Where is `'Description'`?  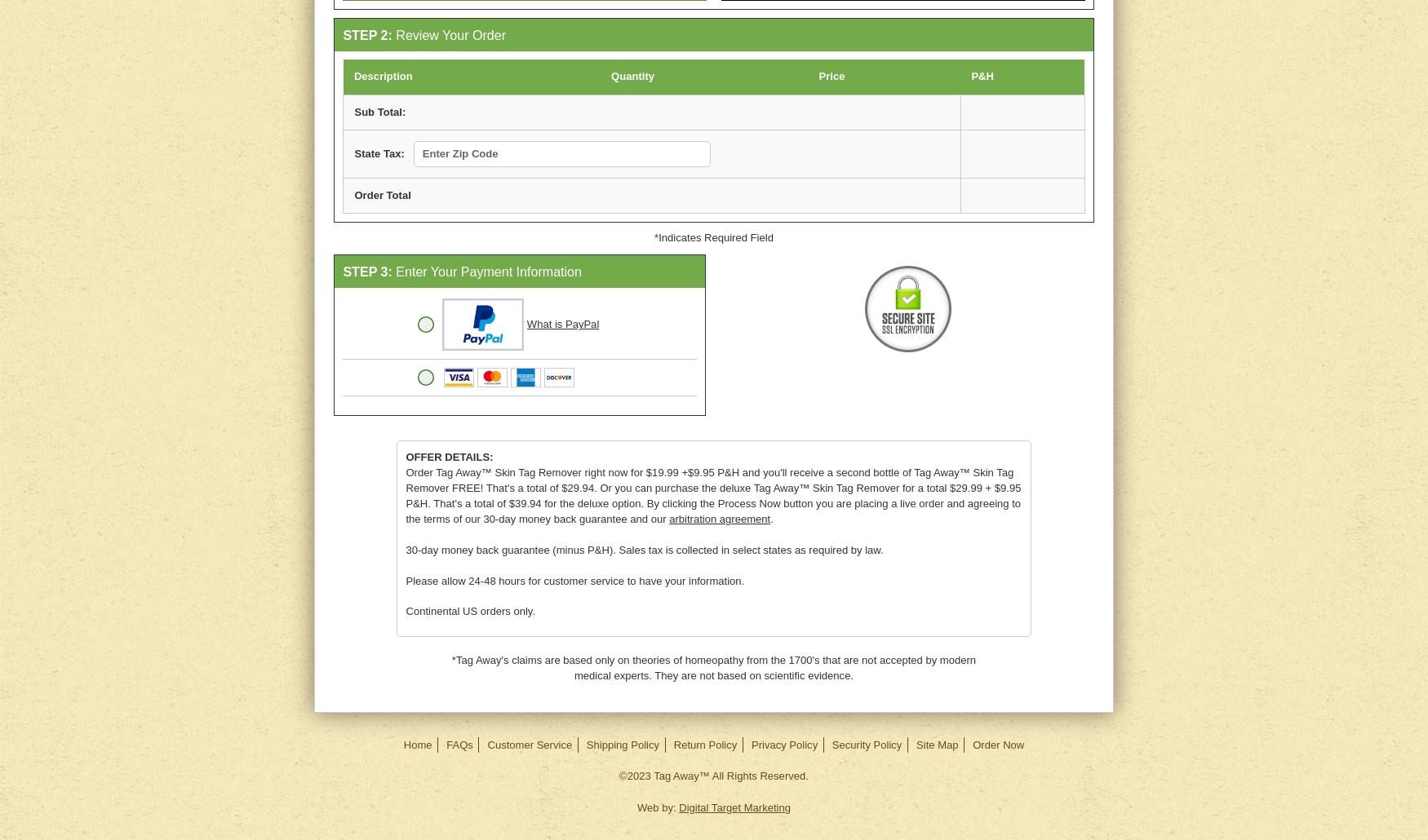
'Description' is located at coordinates (383, 75).